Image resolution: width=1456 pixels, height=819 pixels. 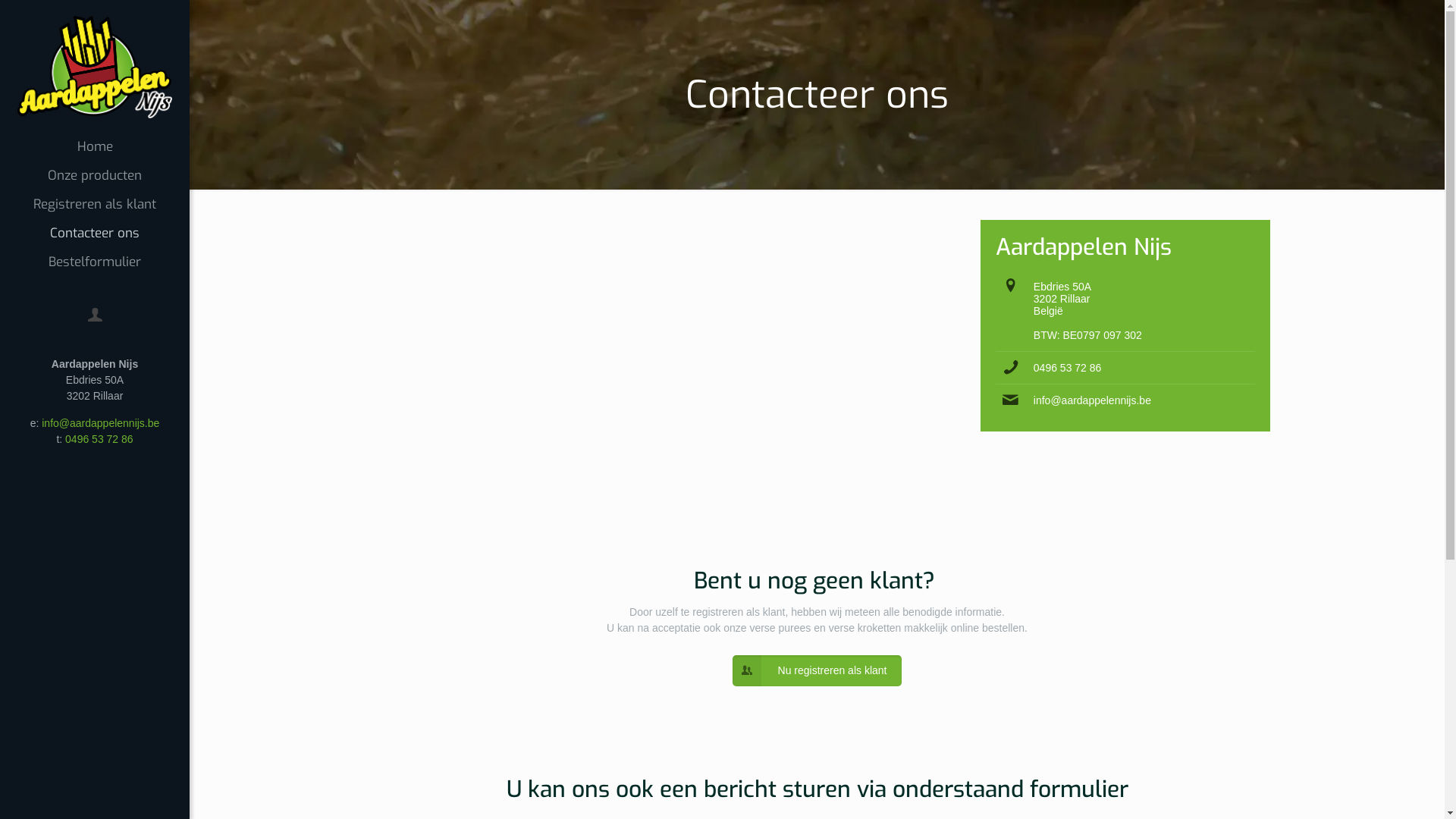 What do you see at coordinates (93, 205) in the screenshot?
I see `'Registreren als klant'` at bounding box center [93, 205].